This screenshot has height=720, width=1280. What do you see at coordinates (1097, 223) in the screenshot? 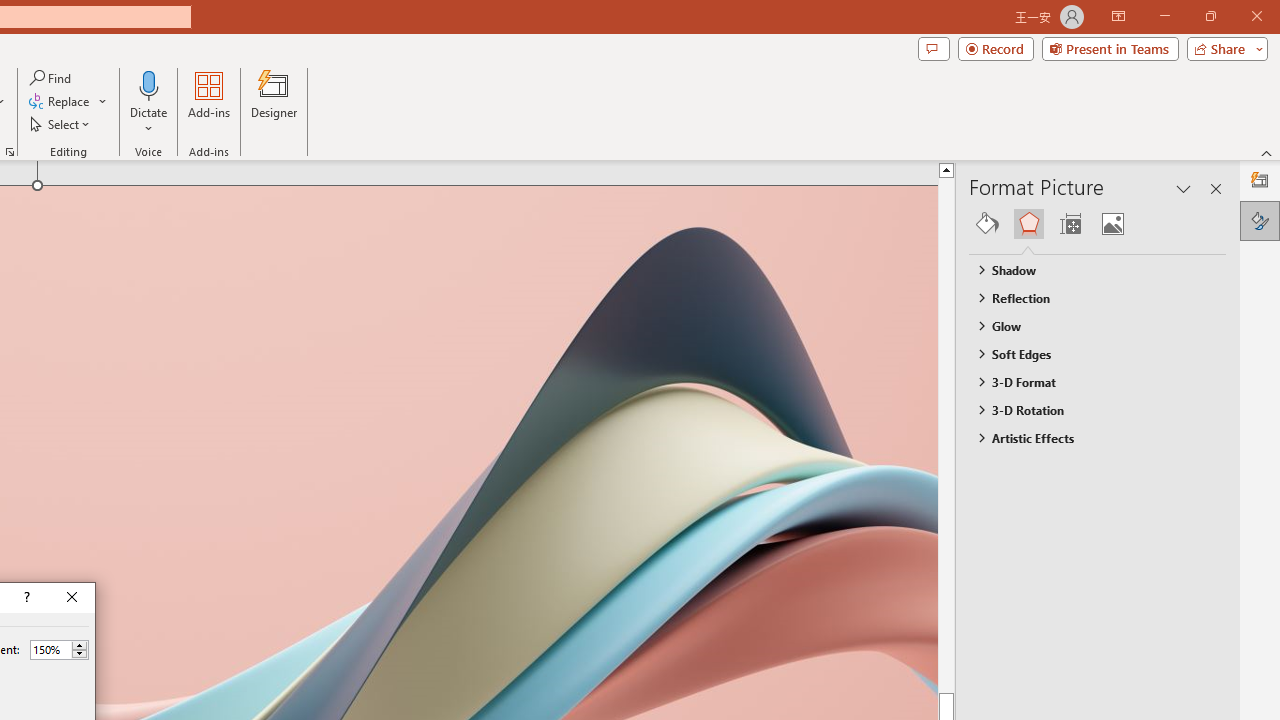
I see `'Class: NetUIGalleryContainer'` at bounding box center [1097, 223].